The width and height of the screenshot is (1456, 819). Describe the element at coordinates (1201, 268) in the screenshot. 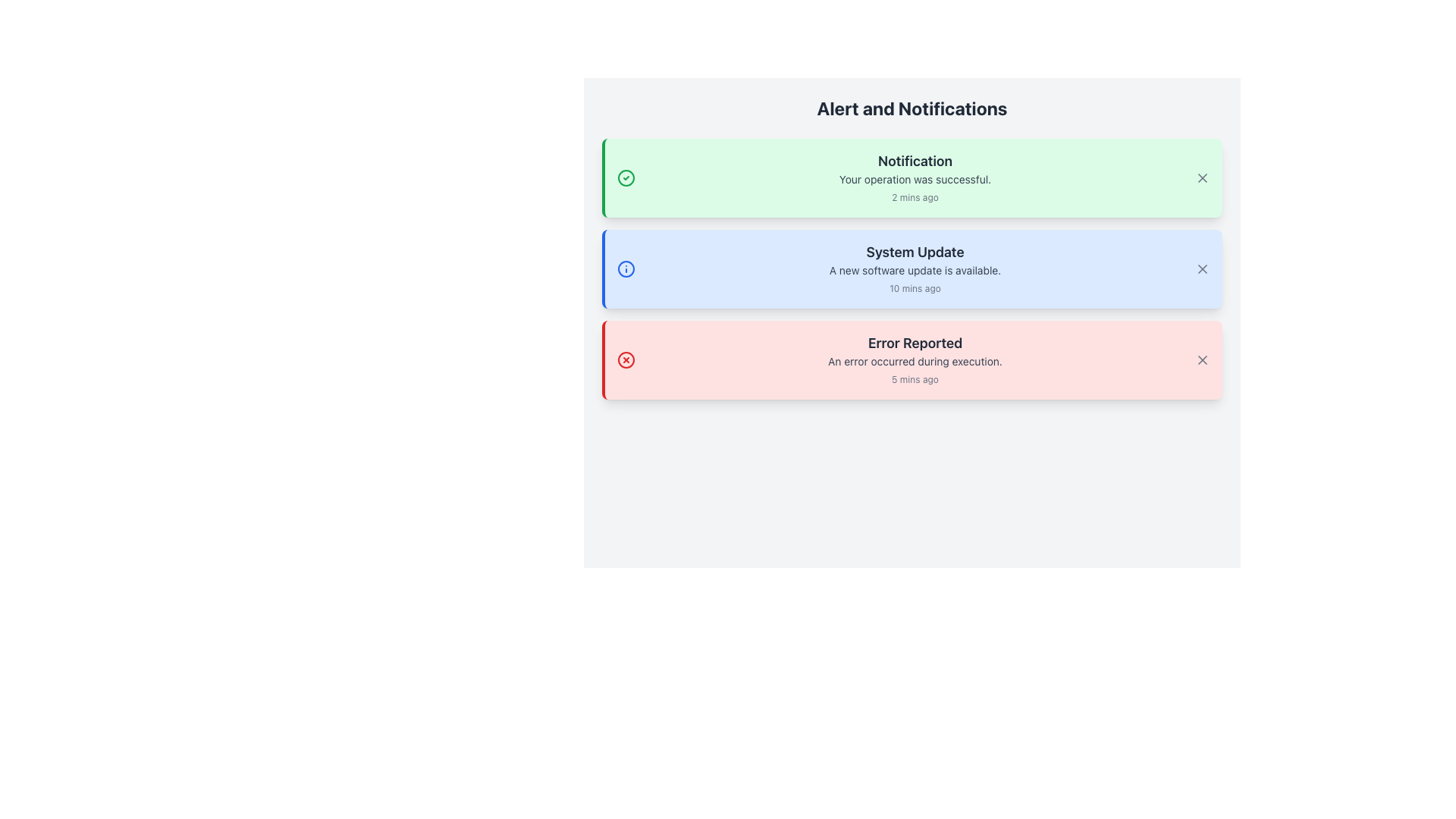

I see `the close 'X' button located at the far right of the 'System Update' notification` at that location.